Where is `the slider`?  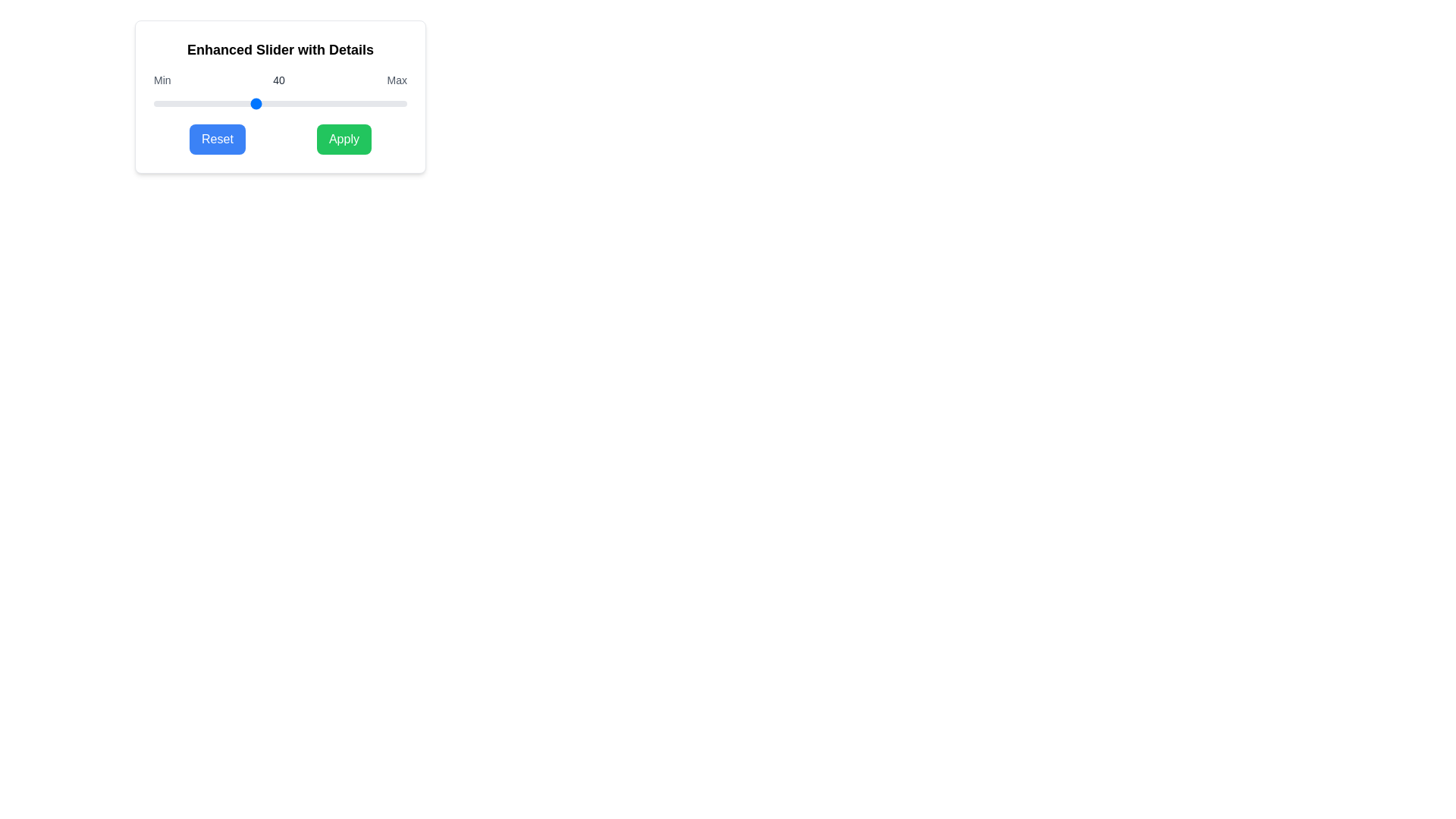
the slider is located at coordinates (318, 103).